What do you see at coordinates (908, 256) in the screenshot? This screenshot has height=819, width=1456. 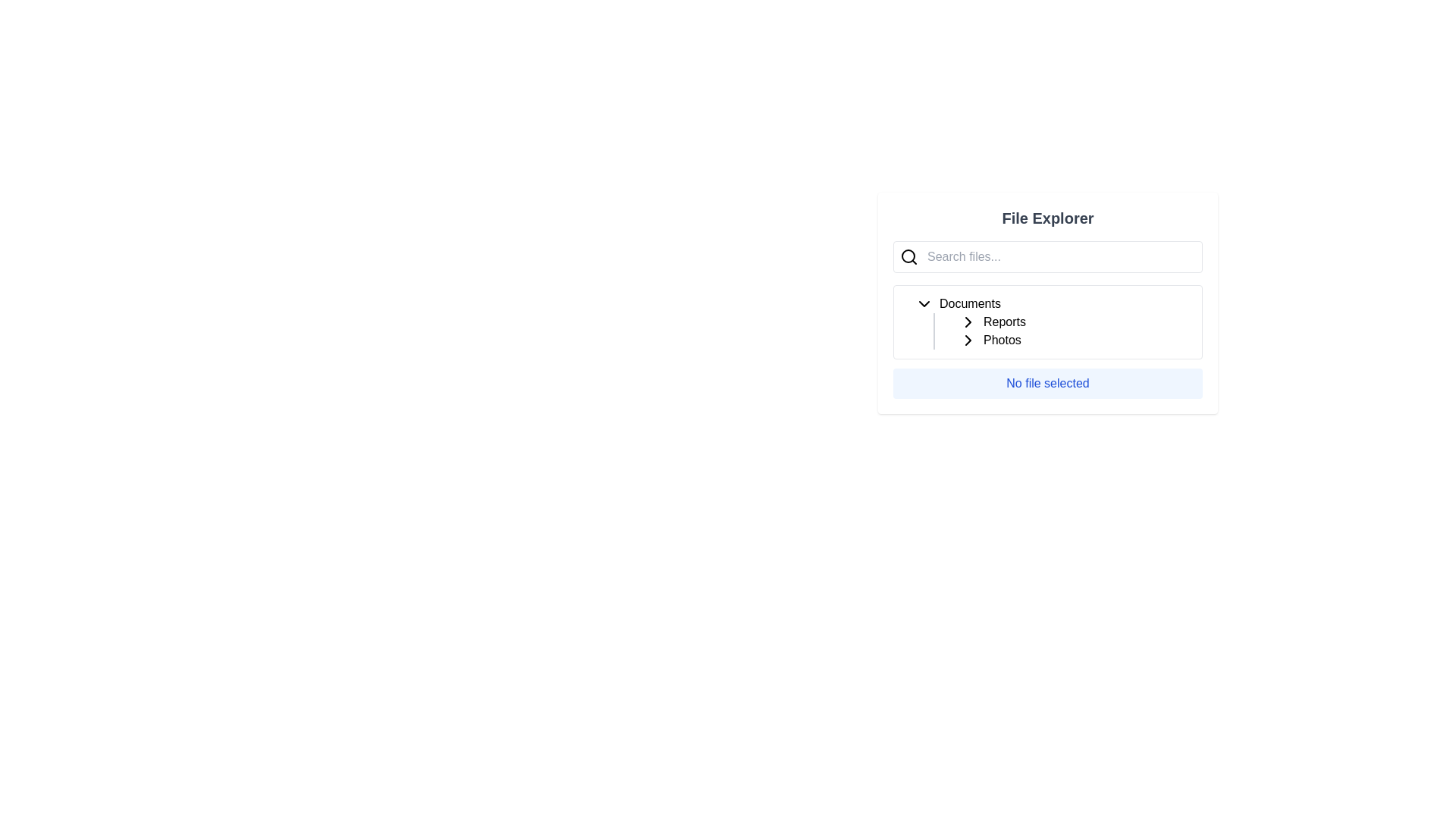 I see `the circular graphical ornament of the magnifying glass icon located to the left of the 'Search files...' input field in the File Explorer interface` at bounding box center [908, 256].